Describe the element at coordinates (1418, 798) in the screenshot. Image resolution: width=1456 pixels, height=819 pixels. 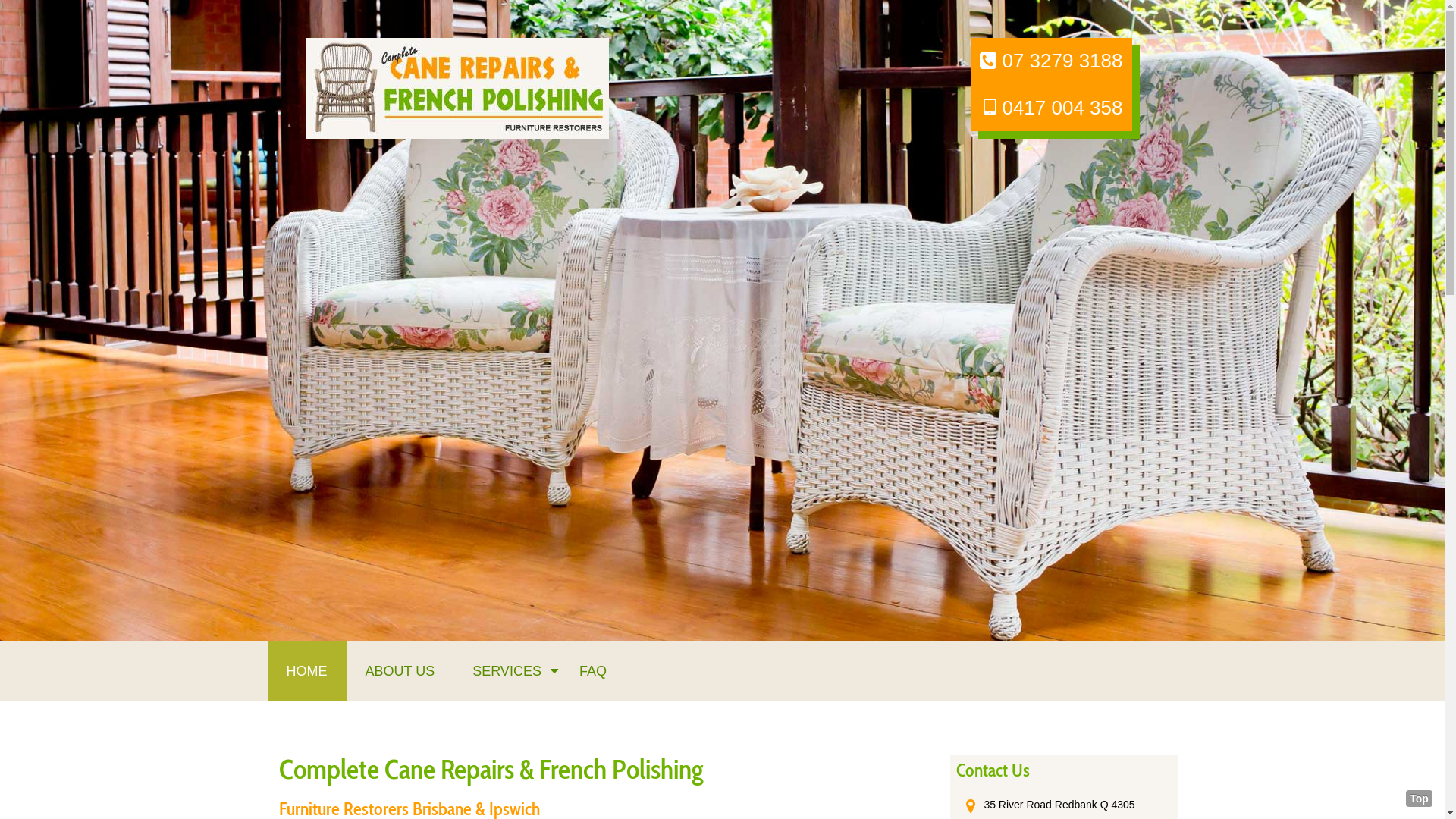
I see `'Top'` at that location.